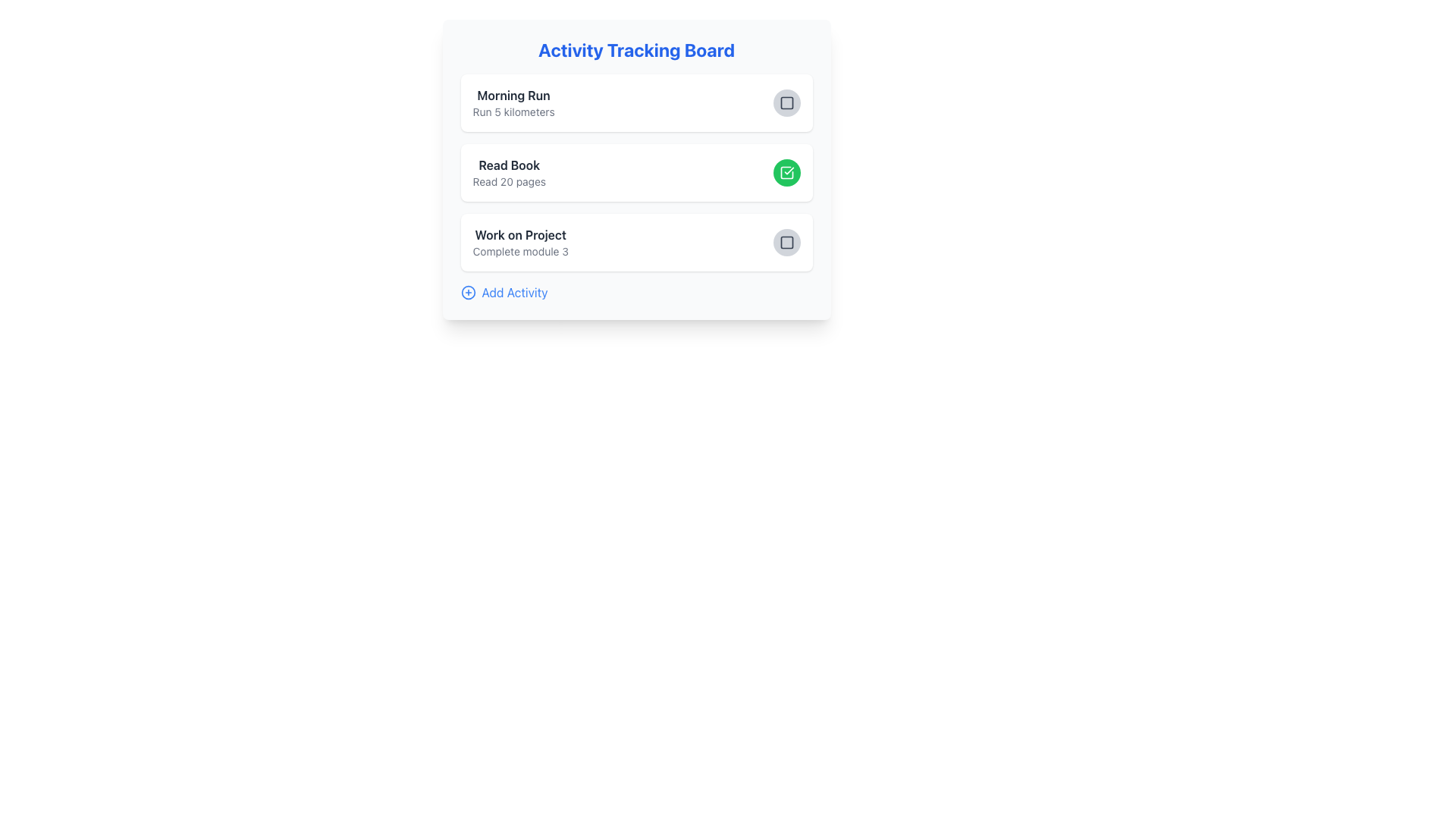 The height and width of the screenshot is (819, 1456). I want to click on the circular button with a light gray background and a square icon in the center, located to the far right of the 'Morning Run' activity card, so click(786, 102).